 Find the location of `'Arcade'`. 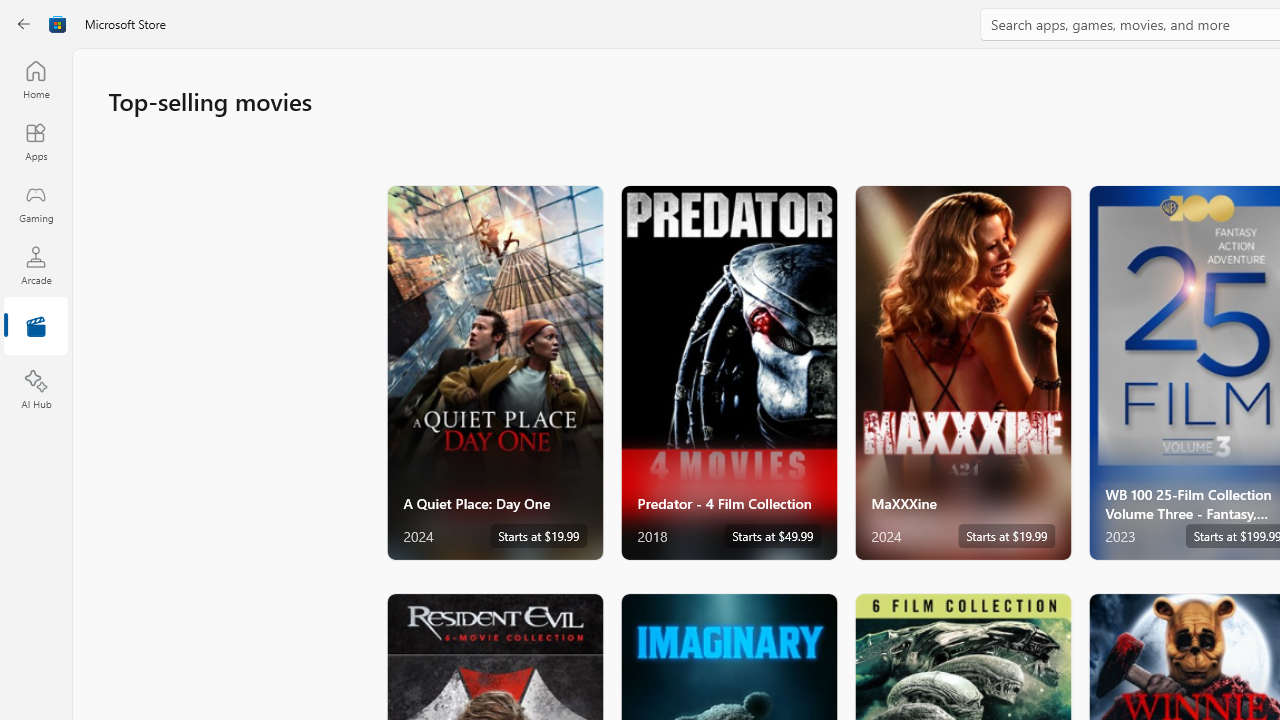

'Arcade' is located at coordinates (35, 264).